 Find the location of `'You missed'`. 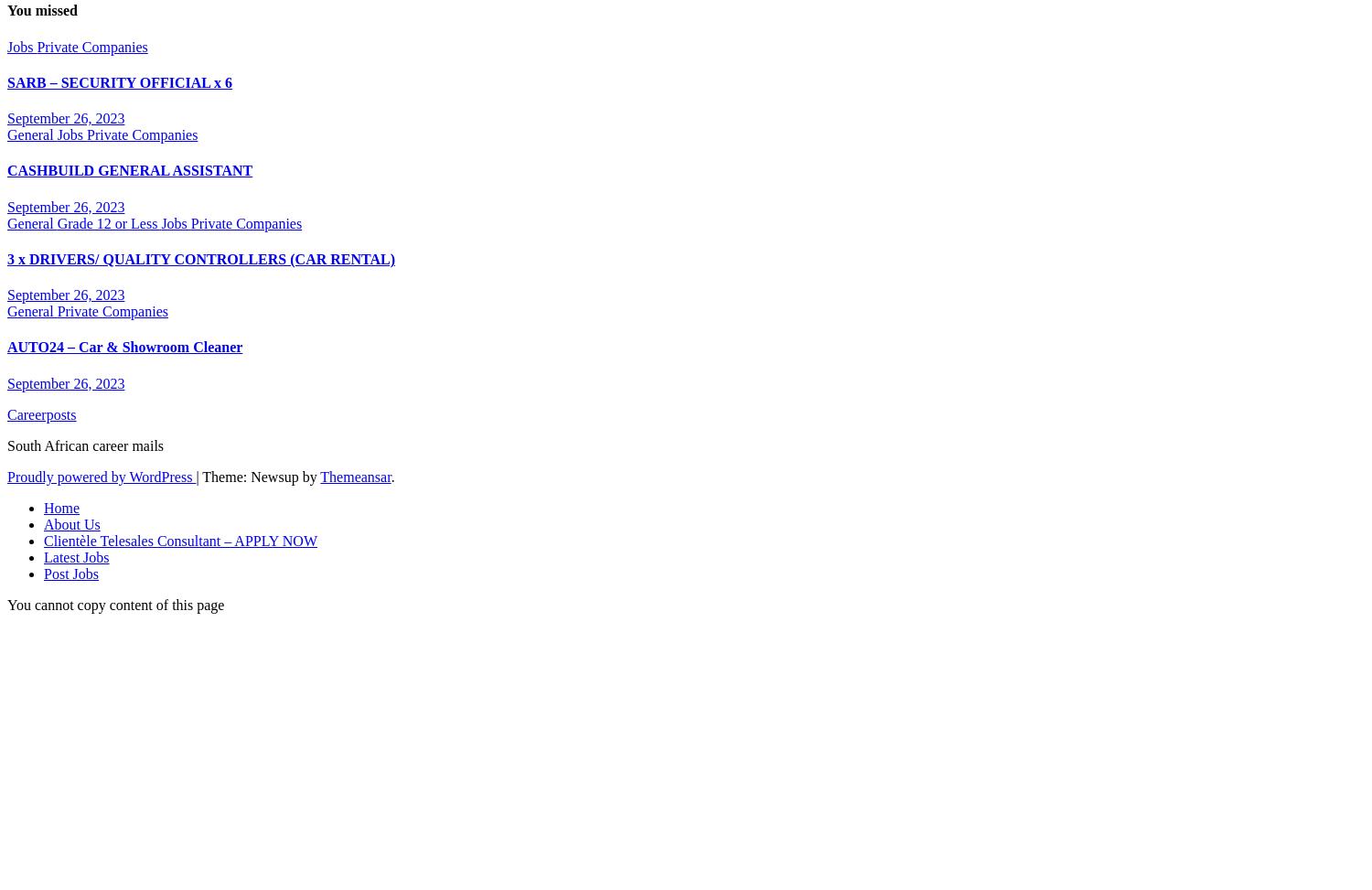

'You missed' is located at coordinates (42, 10).